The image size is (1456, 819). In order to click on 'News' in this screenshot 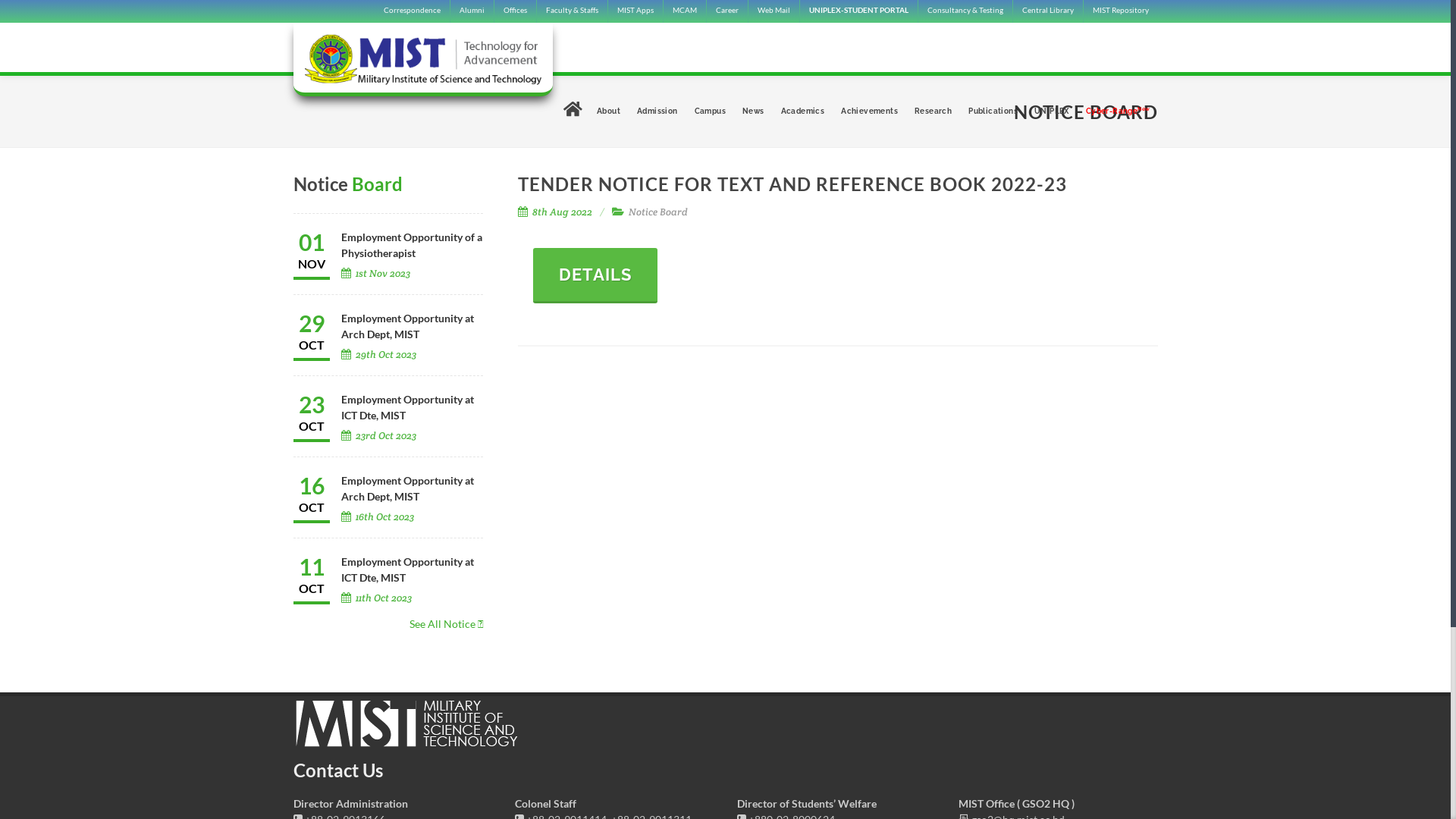, I will do `click(753, 110)`.